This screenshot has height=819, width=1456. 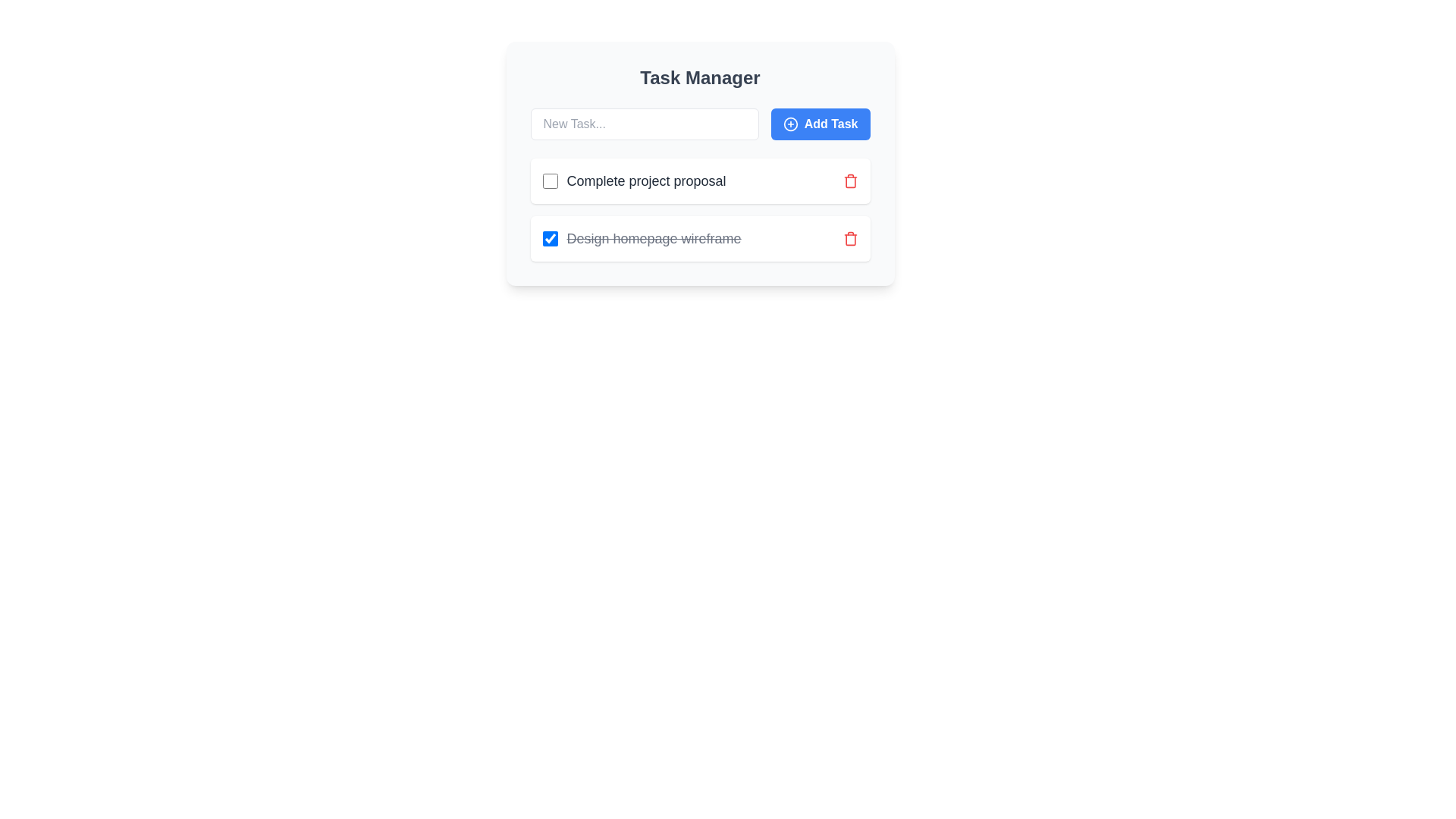 What do you see at coordinates (850, 180) in the screenshot?
I see `the trash icon associated with the task 'Complete project proposal' to delete it` at bounding box center [850, 180].